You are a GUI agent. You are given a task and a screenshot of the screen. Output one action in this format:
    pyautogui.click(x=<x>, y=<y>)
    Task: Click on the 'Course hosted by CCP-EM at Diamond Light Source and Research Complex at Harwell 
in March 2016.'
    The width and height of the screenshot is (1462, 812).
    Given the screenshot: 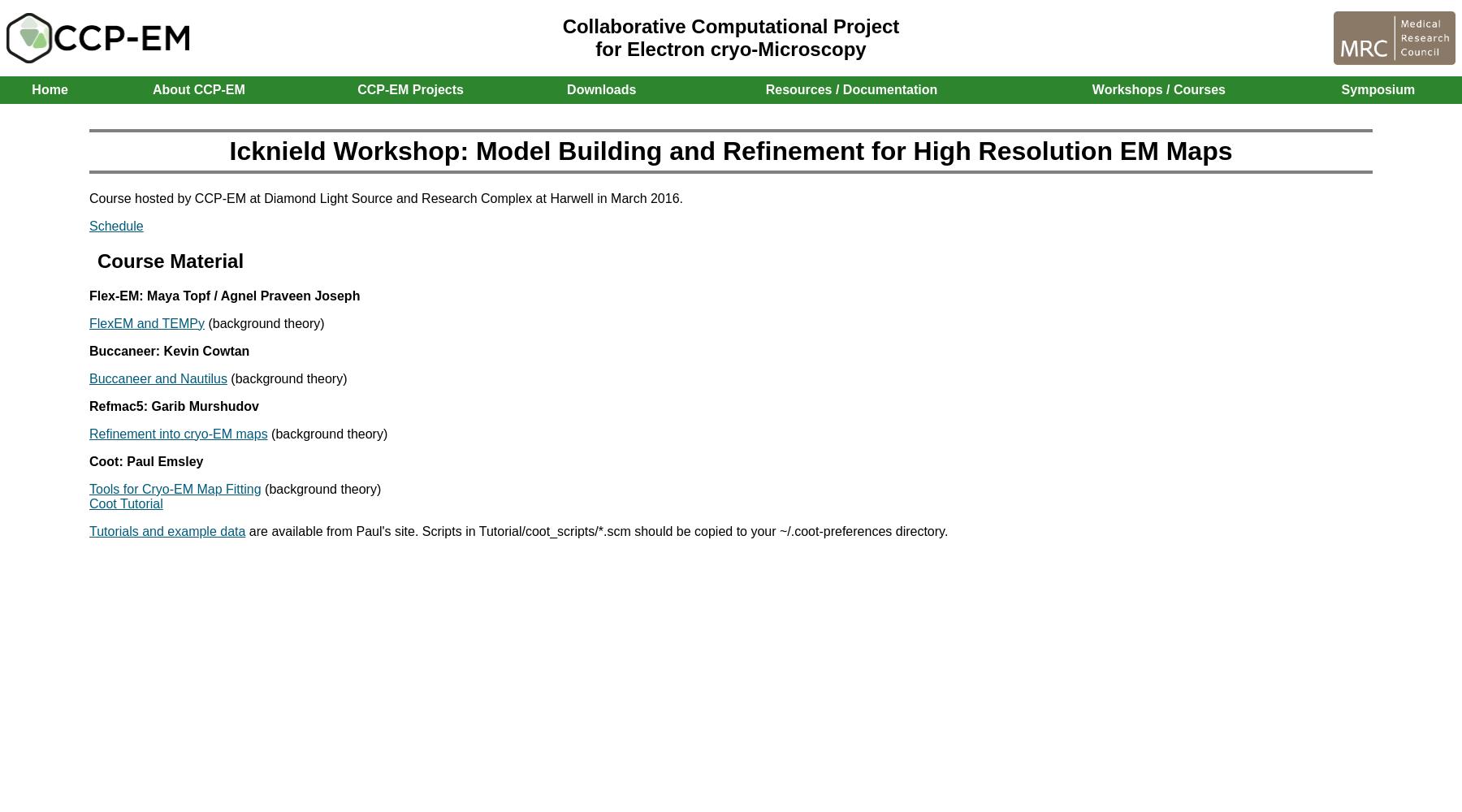 What is the action you would take?
    pyautogui.click(x=385, y=197)
    